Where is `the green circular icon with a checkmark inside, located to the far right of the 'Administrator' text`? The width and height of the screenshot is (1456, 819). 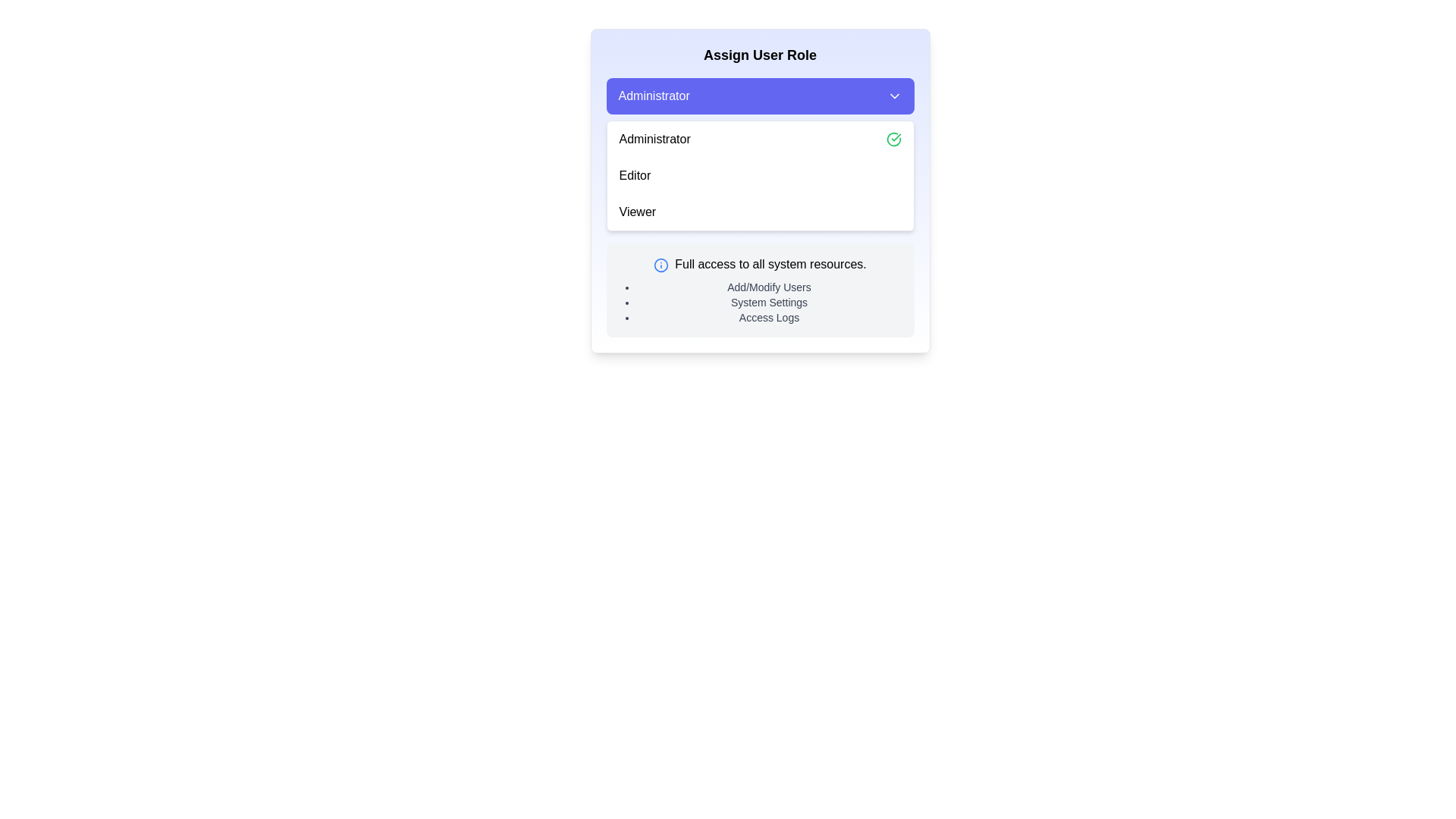
the green circular icon with a checkmark inside, located to the far right of the 'Administrator' text is located at coordinates (893, 140).